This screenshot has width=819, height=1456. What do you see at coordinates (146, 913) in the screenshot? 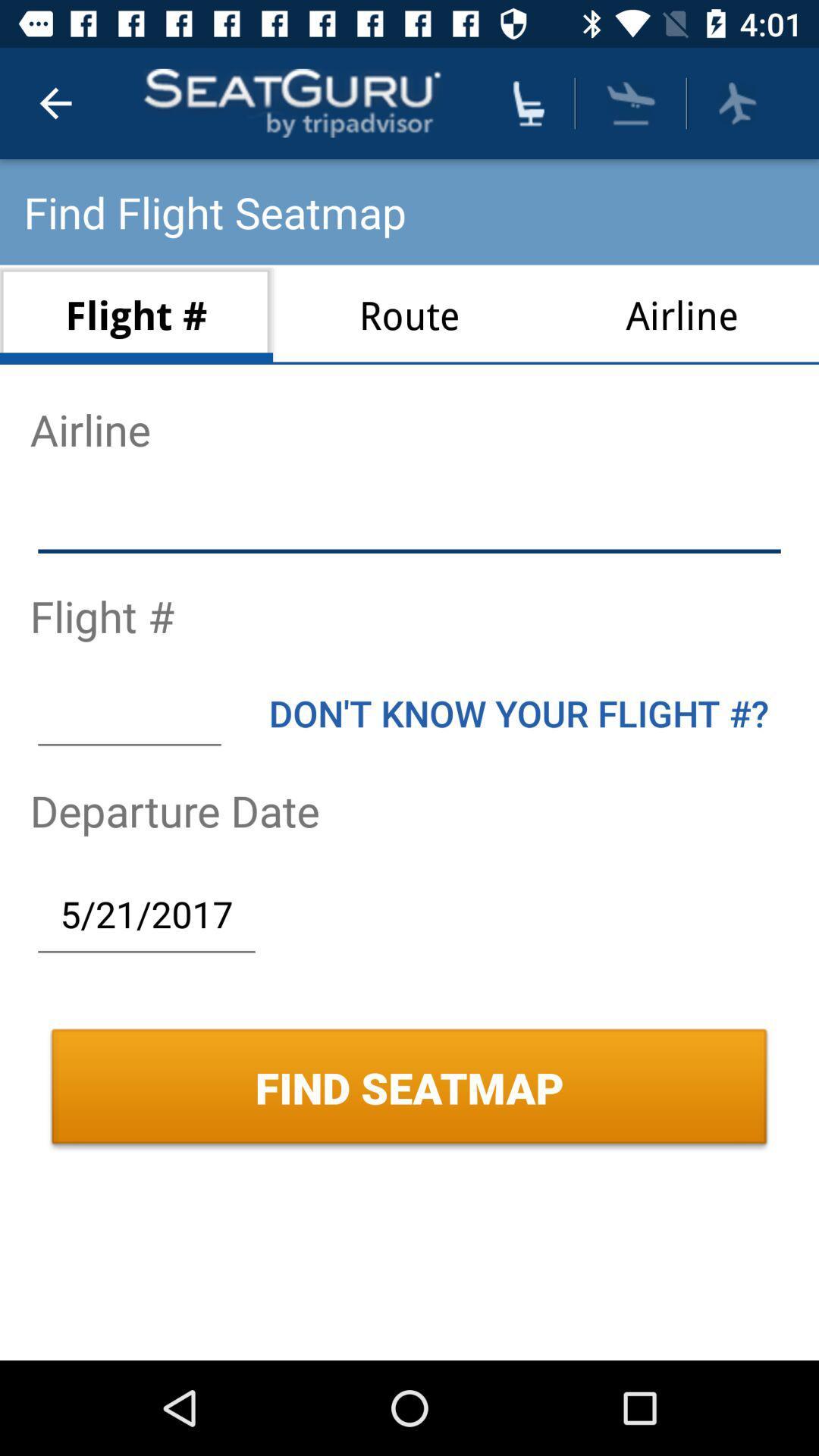
I see `the item above find seatmap icon` at bounding box center [146, 913].